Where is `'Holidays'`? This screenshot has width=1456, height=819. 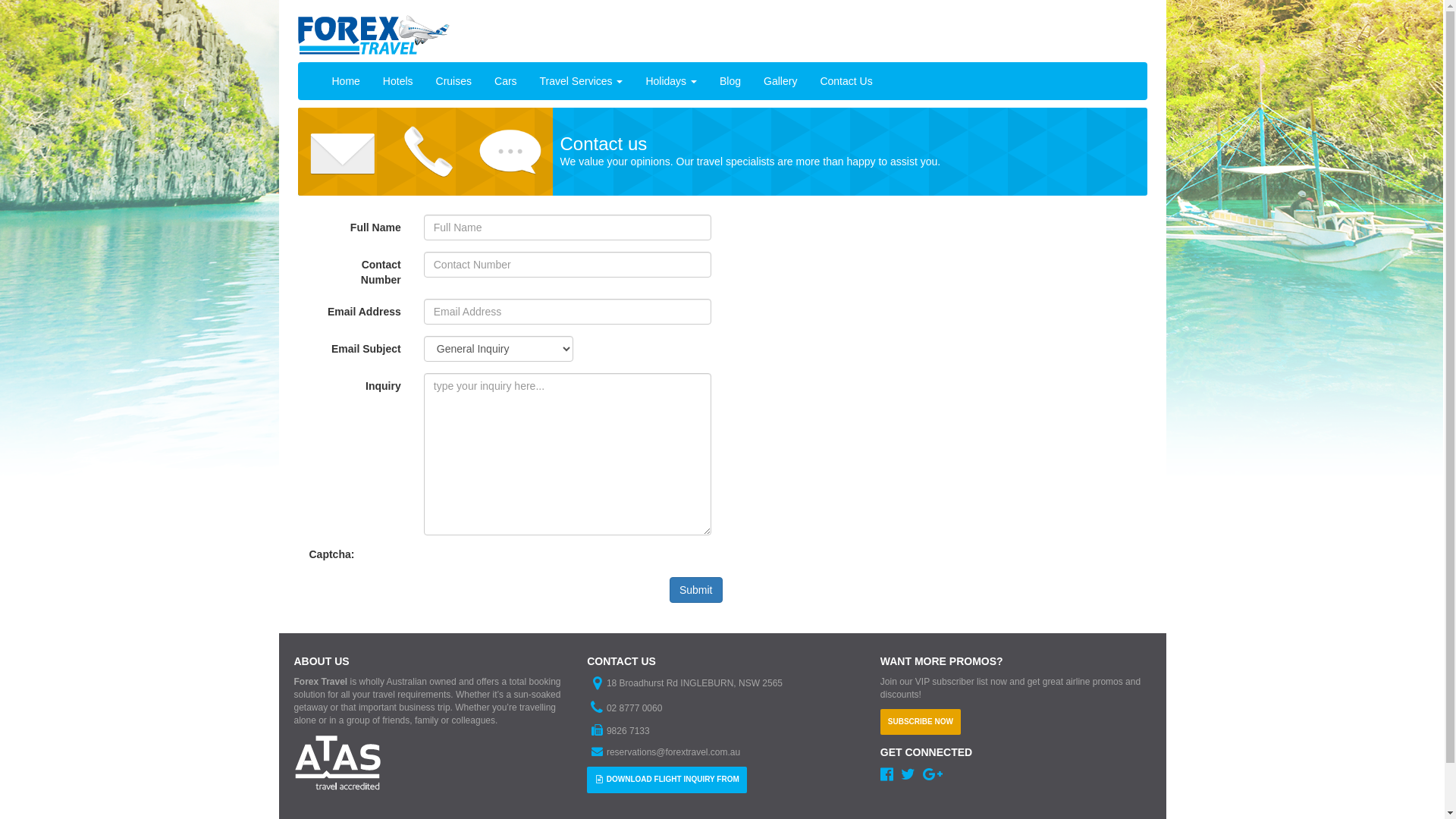
'Holidays' is located at coordinates (670, 81).